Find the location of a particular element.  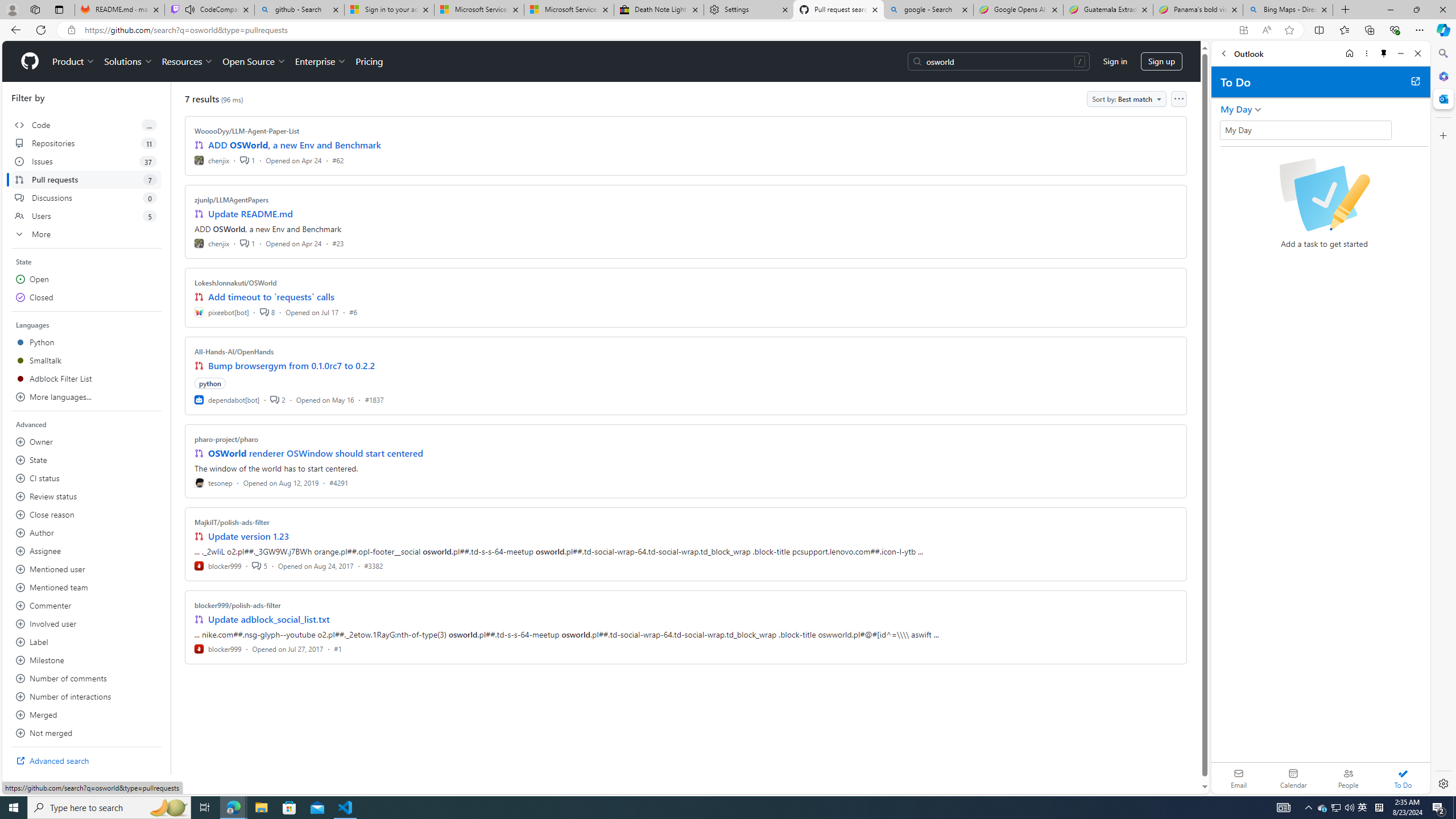

'Email' is located at coordinates (1238, 777).